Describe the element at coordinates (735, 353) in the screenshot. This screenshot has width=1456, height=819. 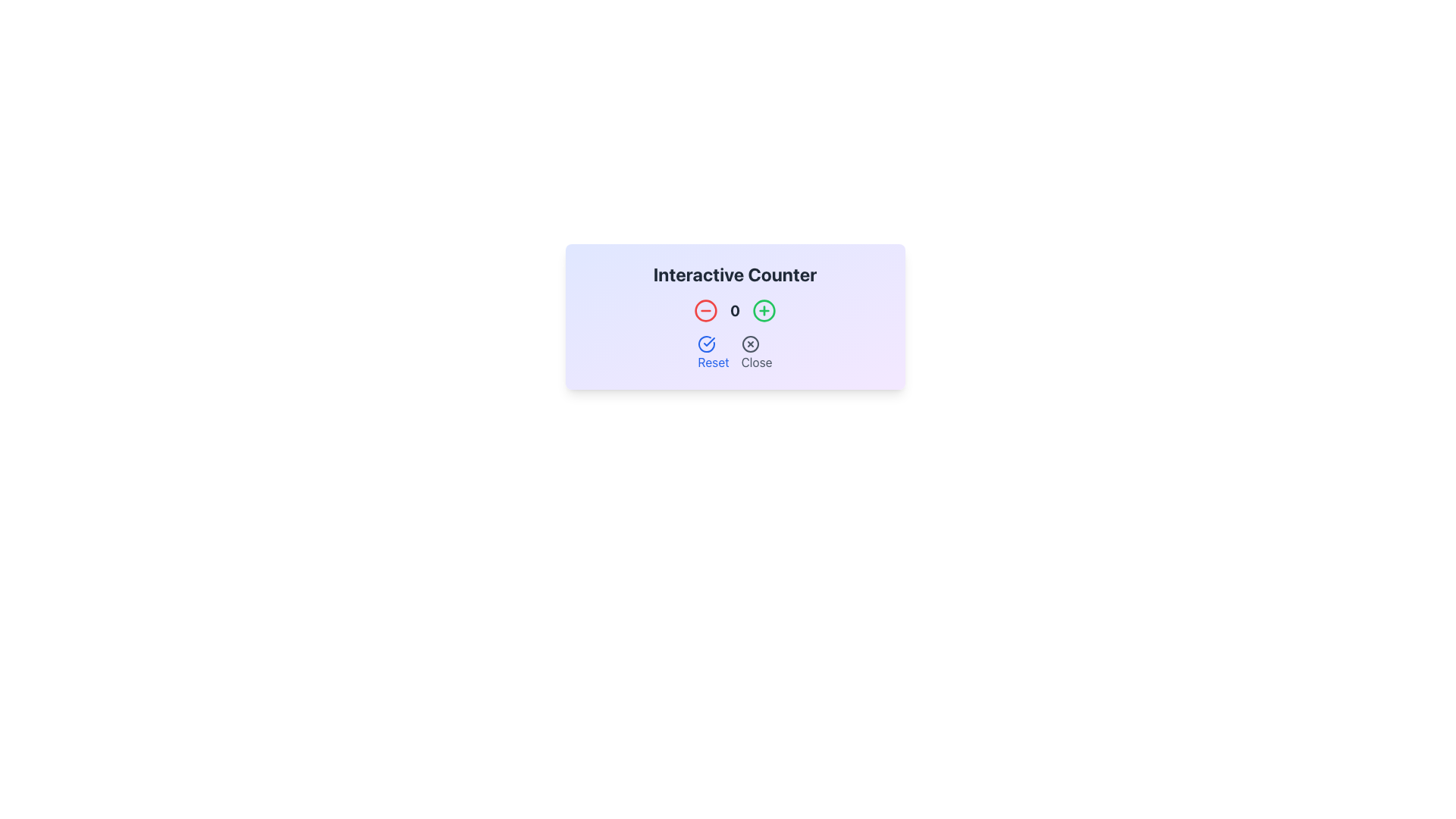
I see `the 'Close' button with a gray label and 'X' icon in the Group of Buttons located within the 'Interactive Counter' panel` at that location.